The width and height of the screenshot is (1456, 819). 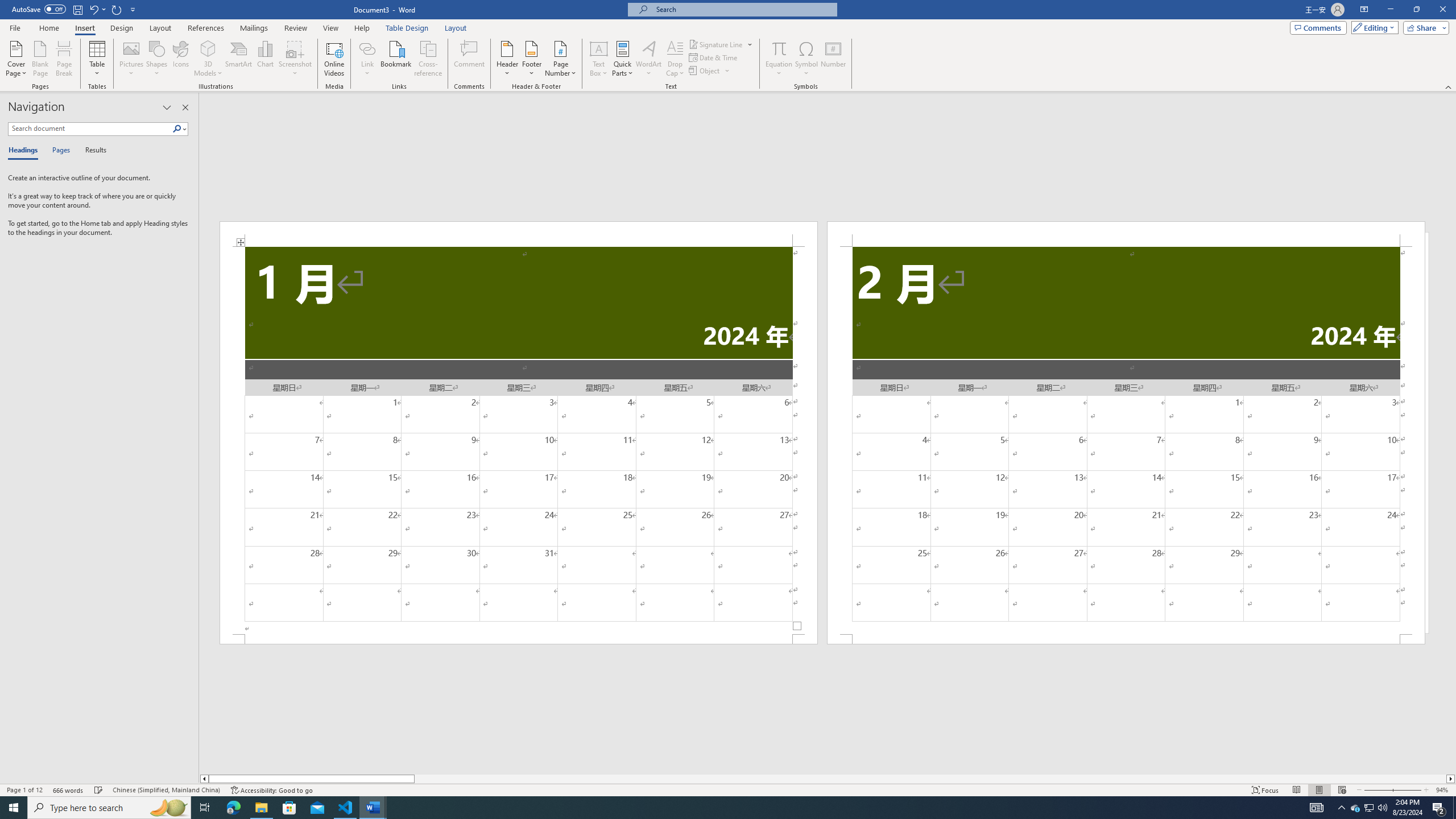 I want to click on 'References', so click(x=206, y=28).